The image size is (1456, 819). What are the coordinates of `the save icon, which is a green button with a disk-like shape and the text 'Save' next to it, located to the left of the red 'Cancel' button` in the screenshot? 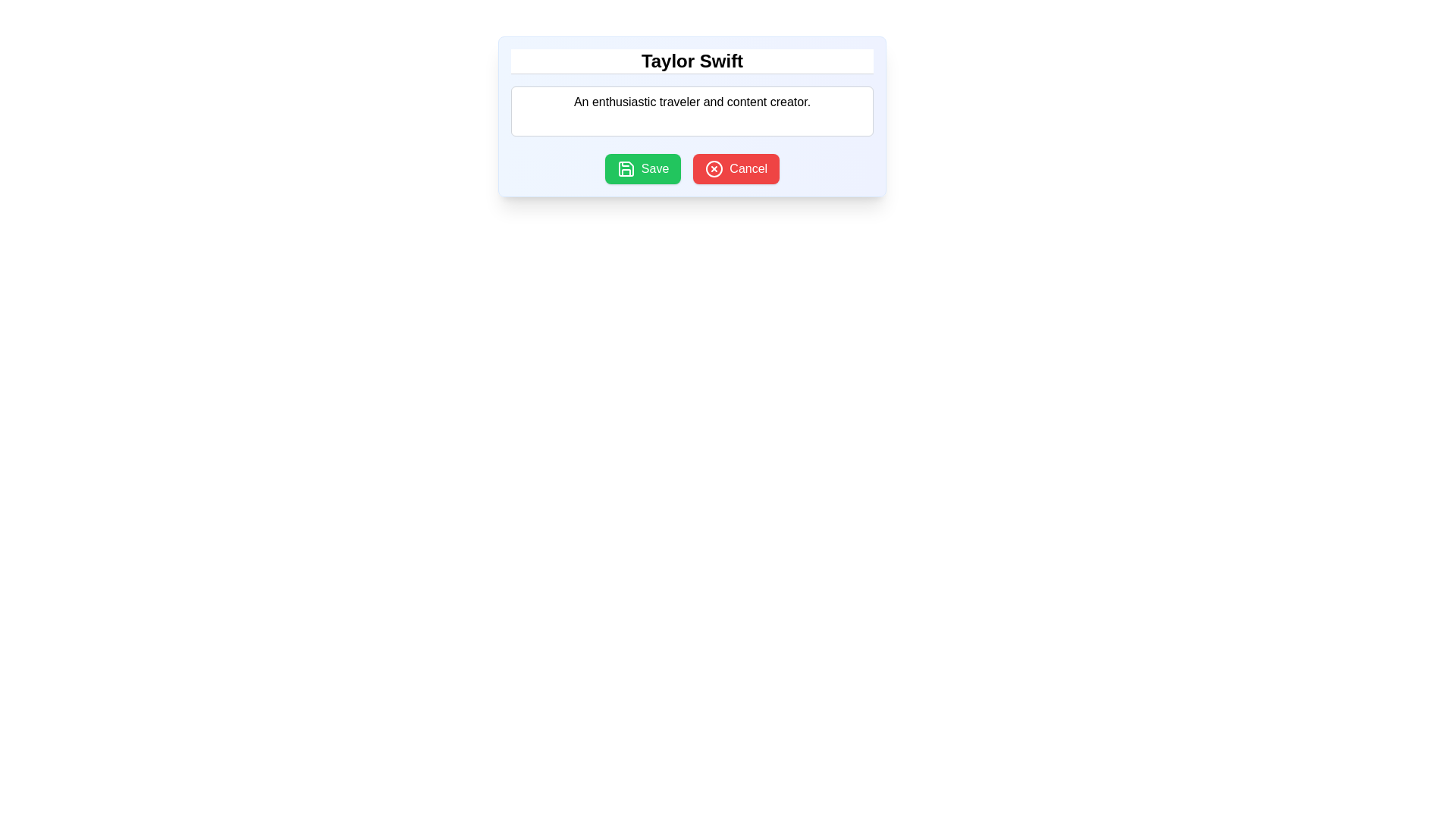 It's located at (626, 169).